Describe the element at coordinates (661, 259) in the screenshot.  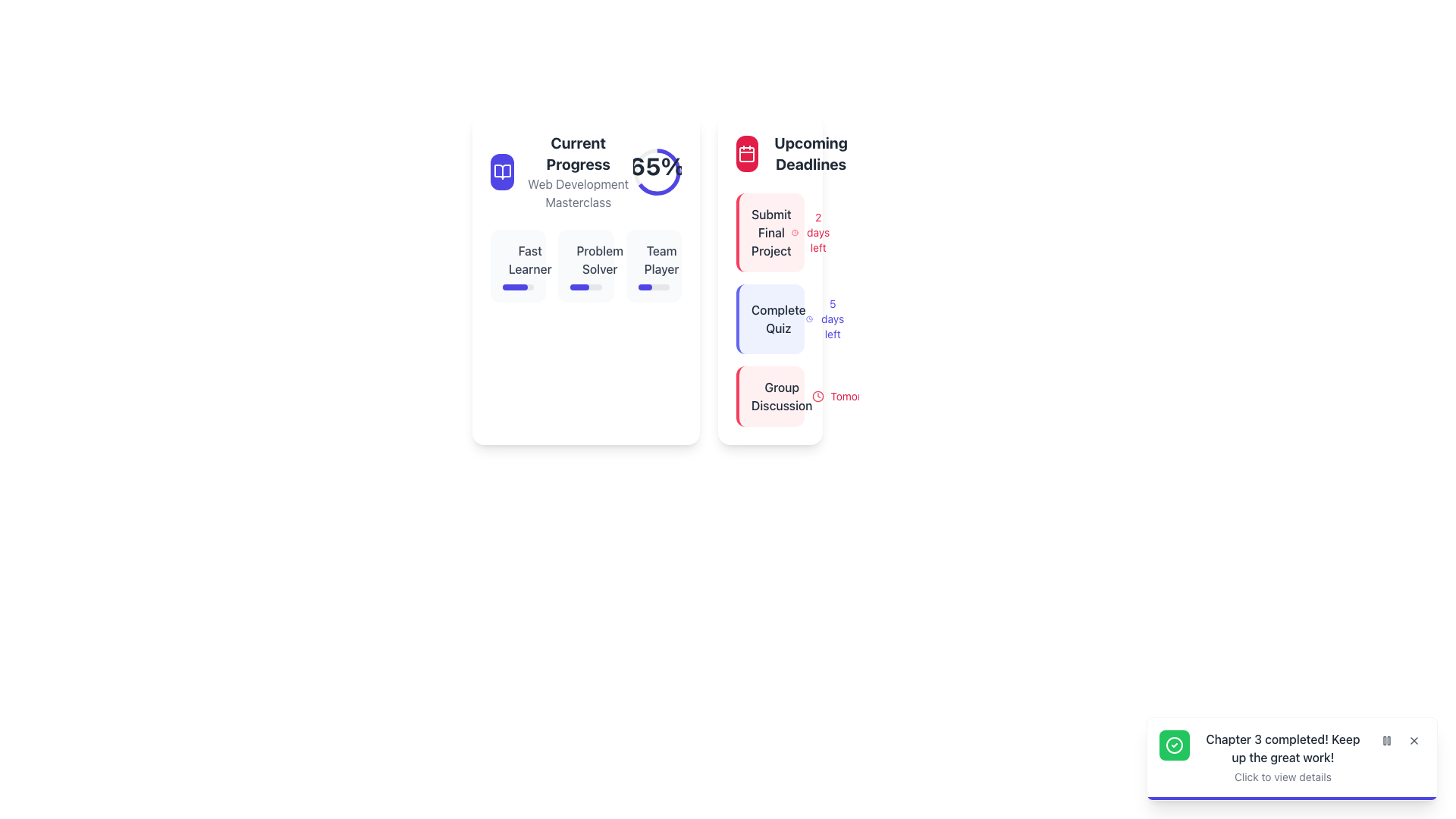
I see `the static text label indicating 'Team Player', which is the third component in the 'Current Progress' segment` at that location.